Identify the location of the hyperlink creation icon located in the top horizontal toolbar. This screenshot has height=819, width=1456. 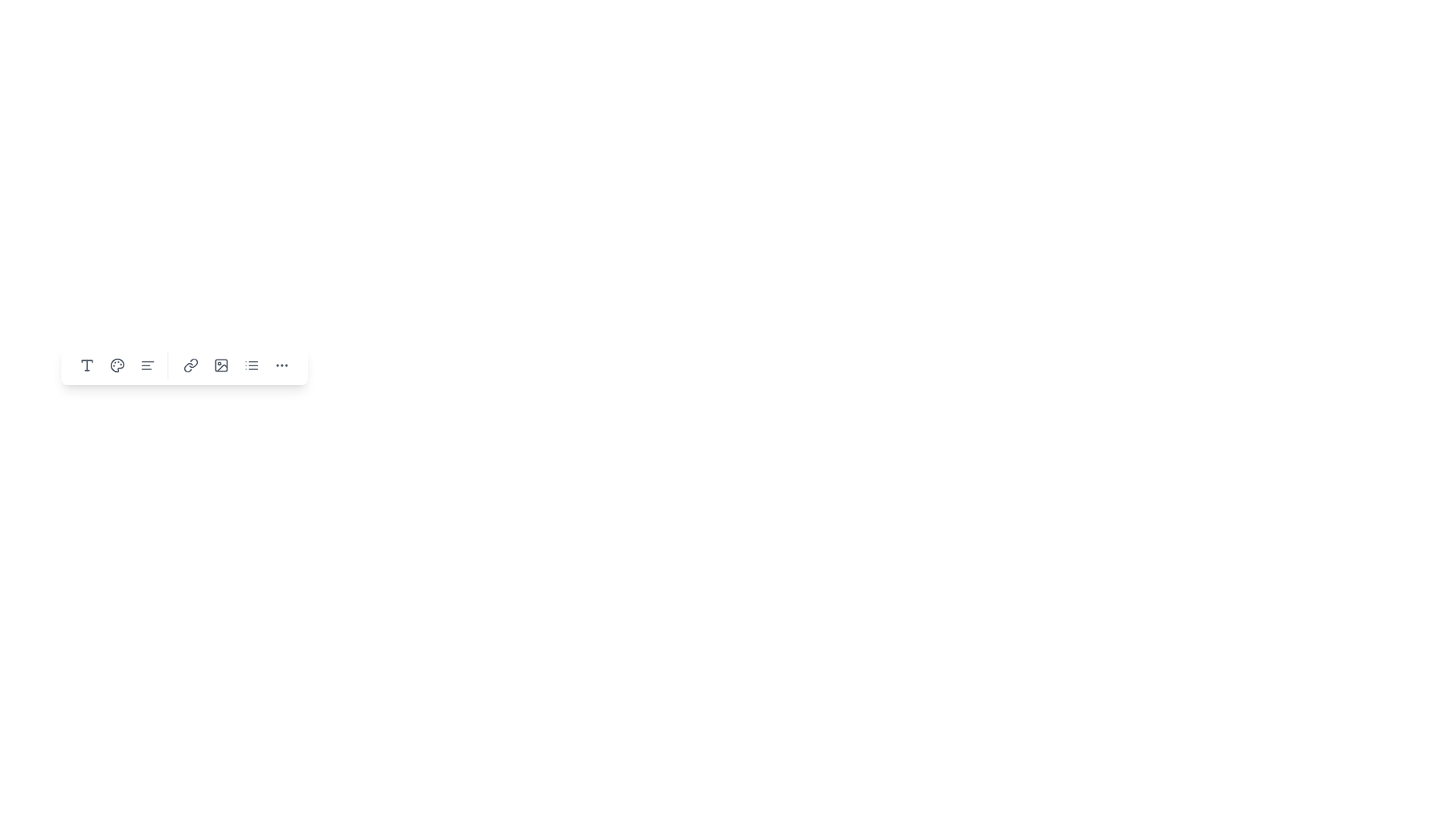
(190, 366).